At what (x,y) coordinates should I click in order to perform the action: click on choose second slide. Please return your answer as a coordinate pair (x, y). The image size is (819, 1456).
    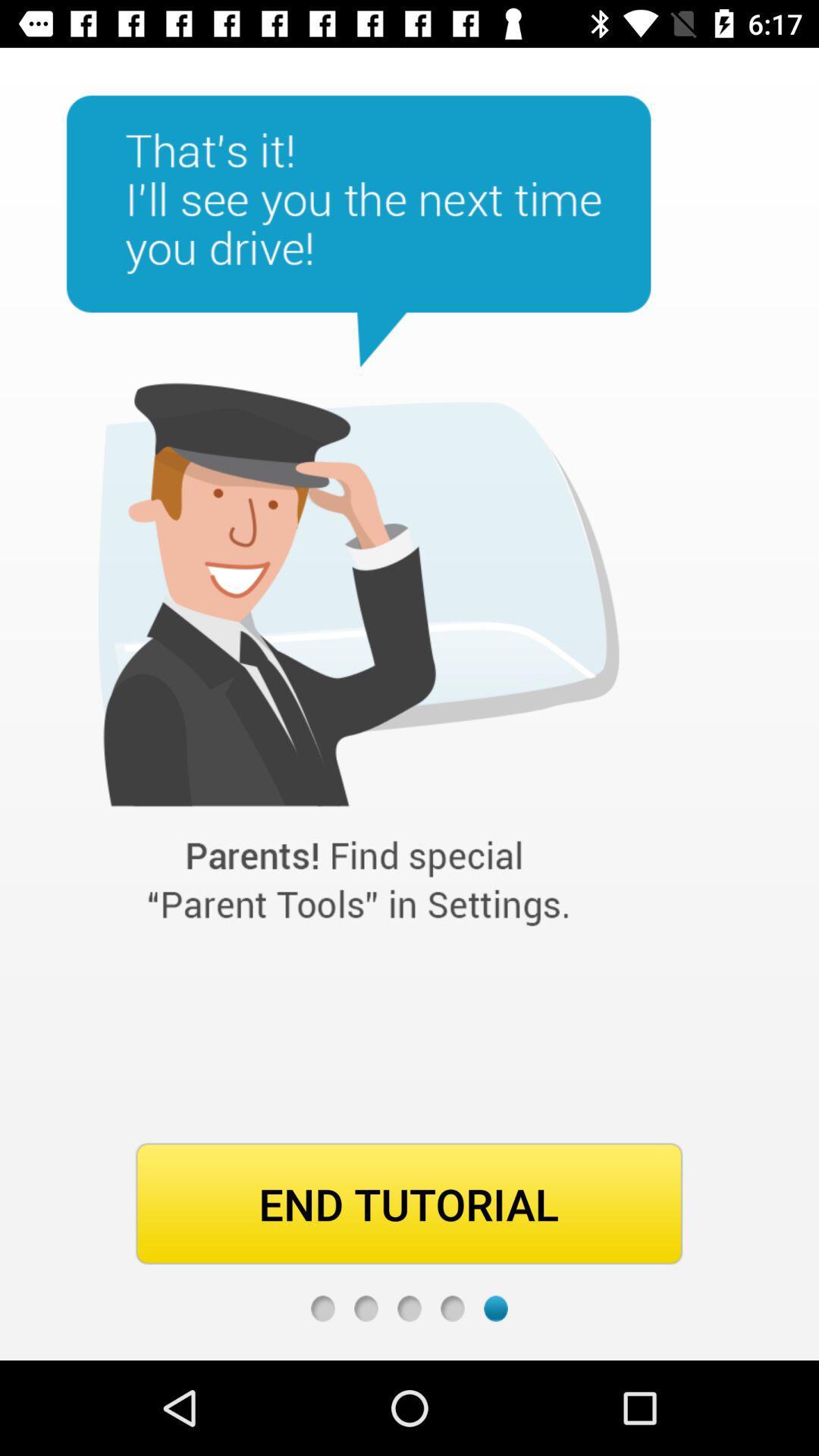
    Looking at the image, I should click on (366, 1307).